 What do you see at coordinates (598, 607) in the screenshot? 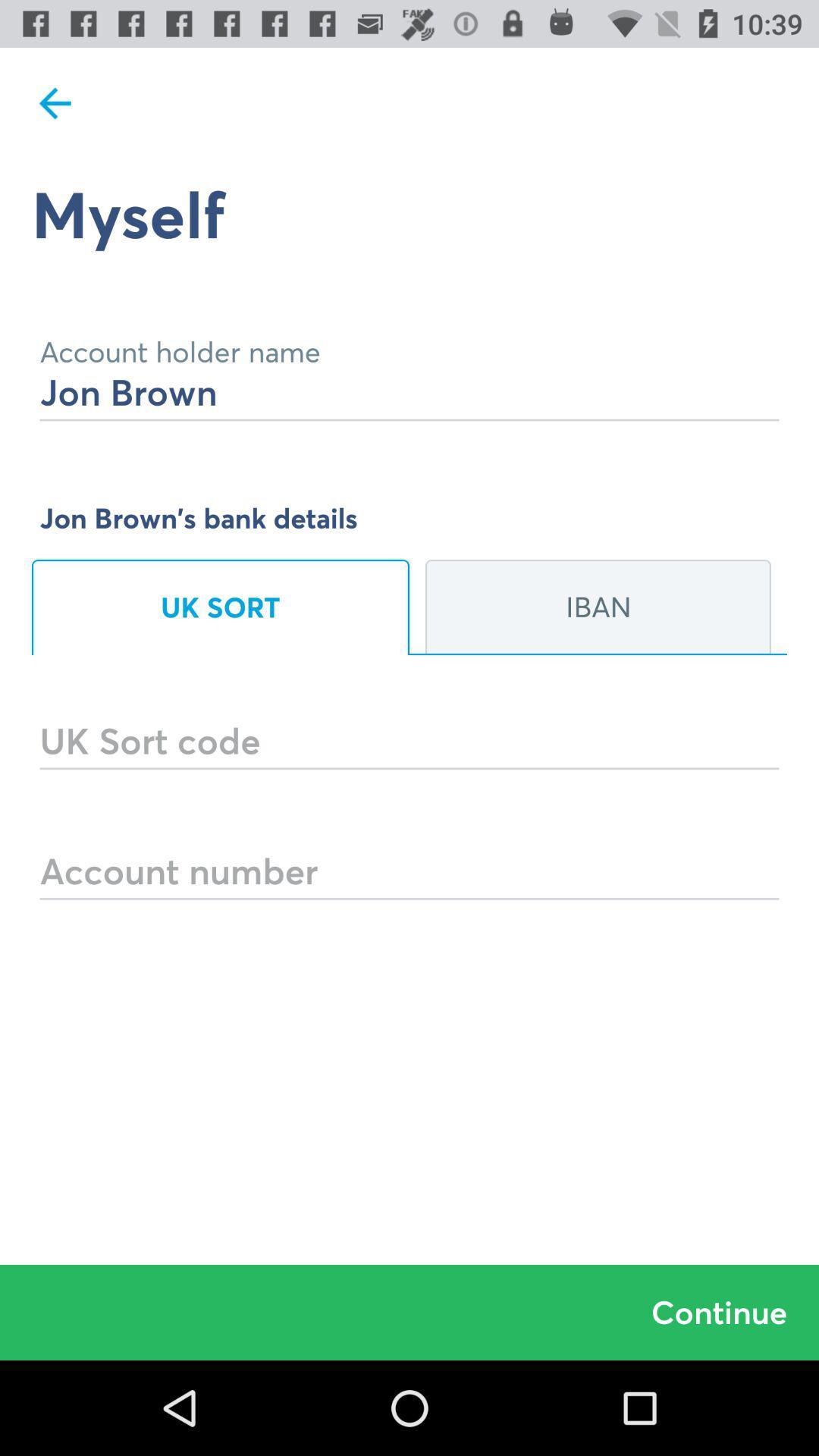
I see `the item to the right of the uk sort icon` at bounding box center [598, 607].